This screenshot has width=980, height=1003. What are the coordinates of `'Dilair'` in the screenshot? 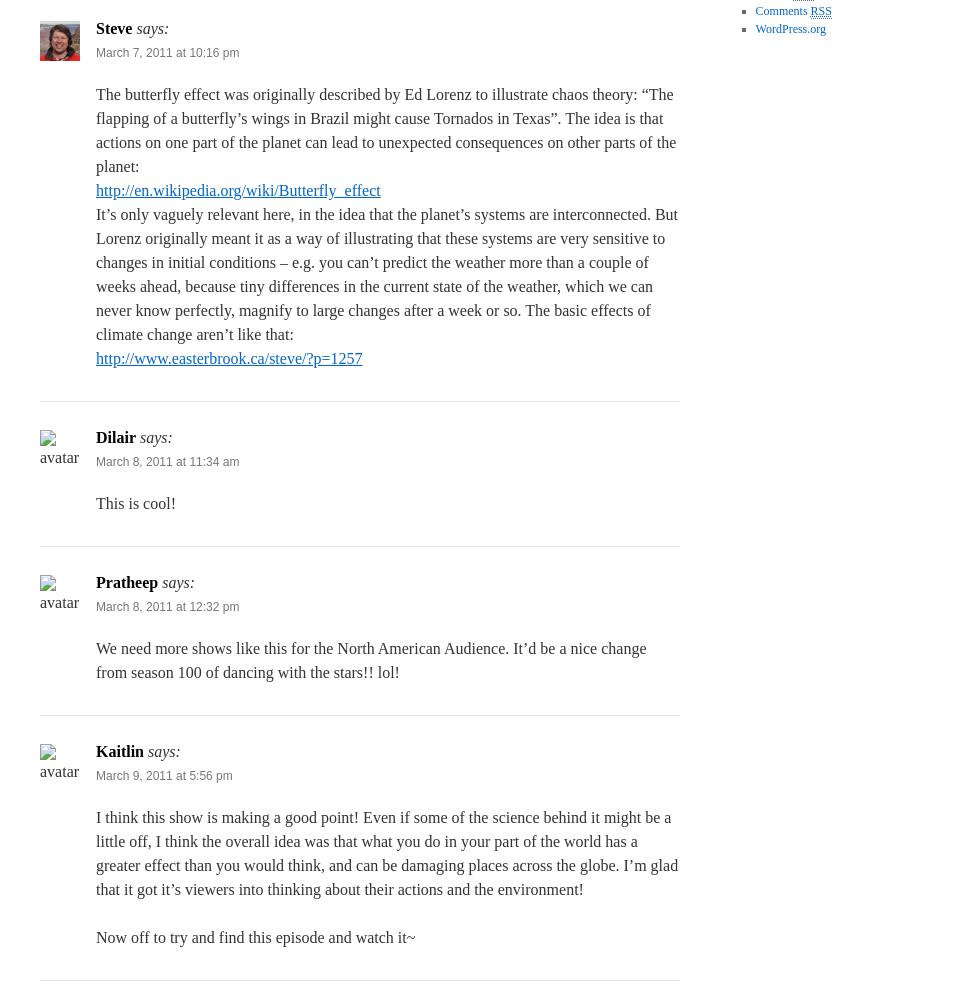 It's located at (116, 437).